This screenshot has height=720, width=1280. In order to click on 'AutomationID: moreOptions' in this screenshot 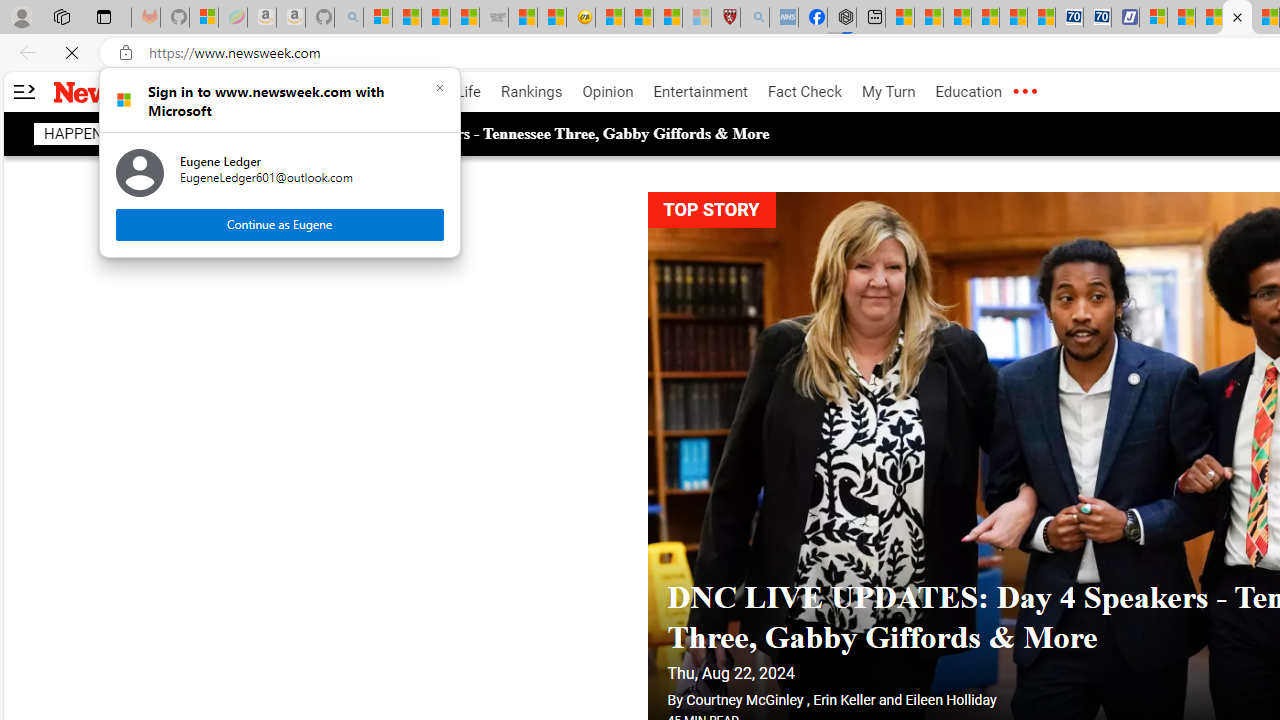, I will do `click(1024, 92)`.